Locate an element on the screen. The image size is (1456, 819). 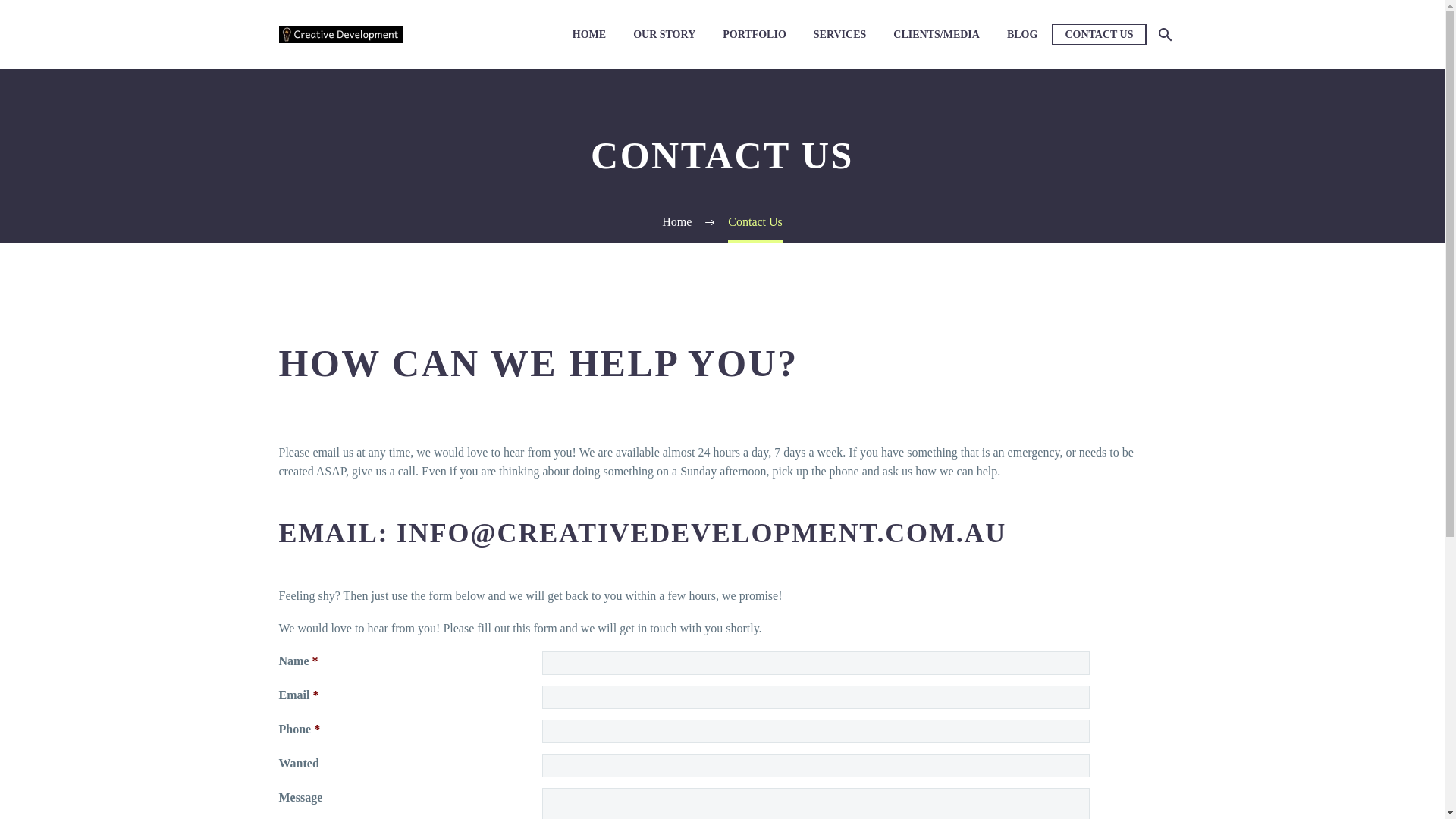
'PORTFOLIO' is located at coordinates (754, 34).